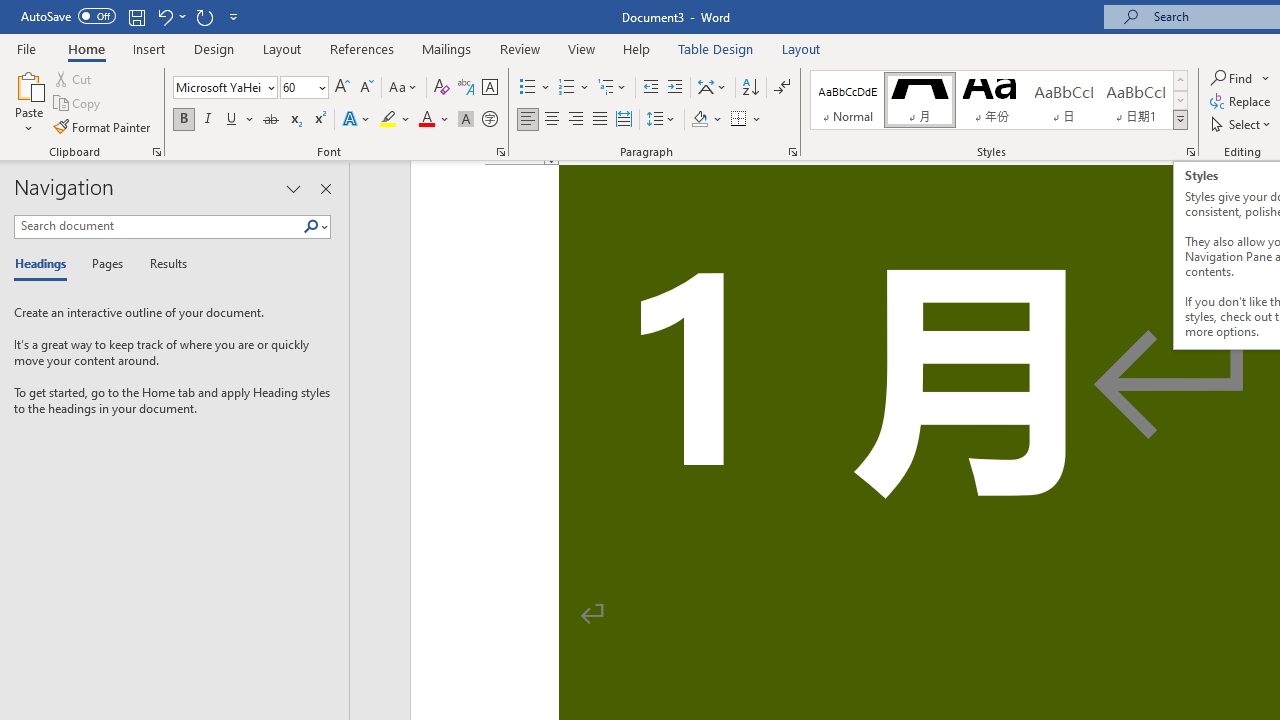  I want to click on 'View', so click(581, 48).